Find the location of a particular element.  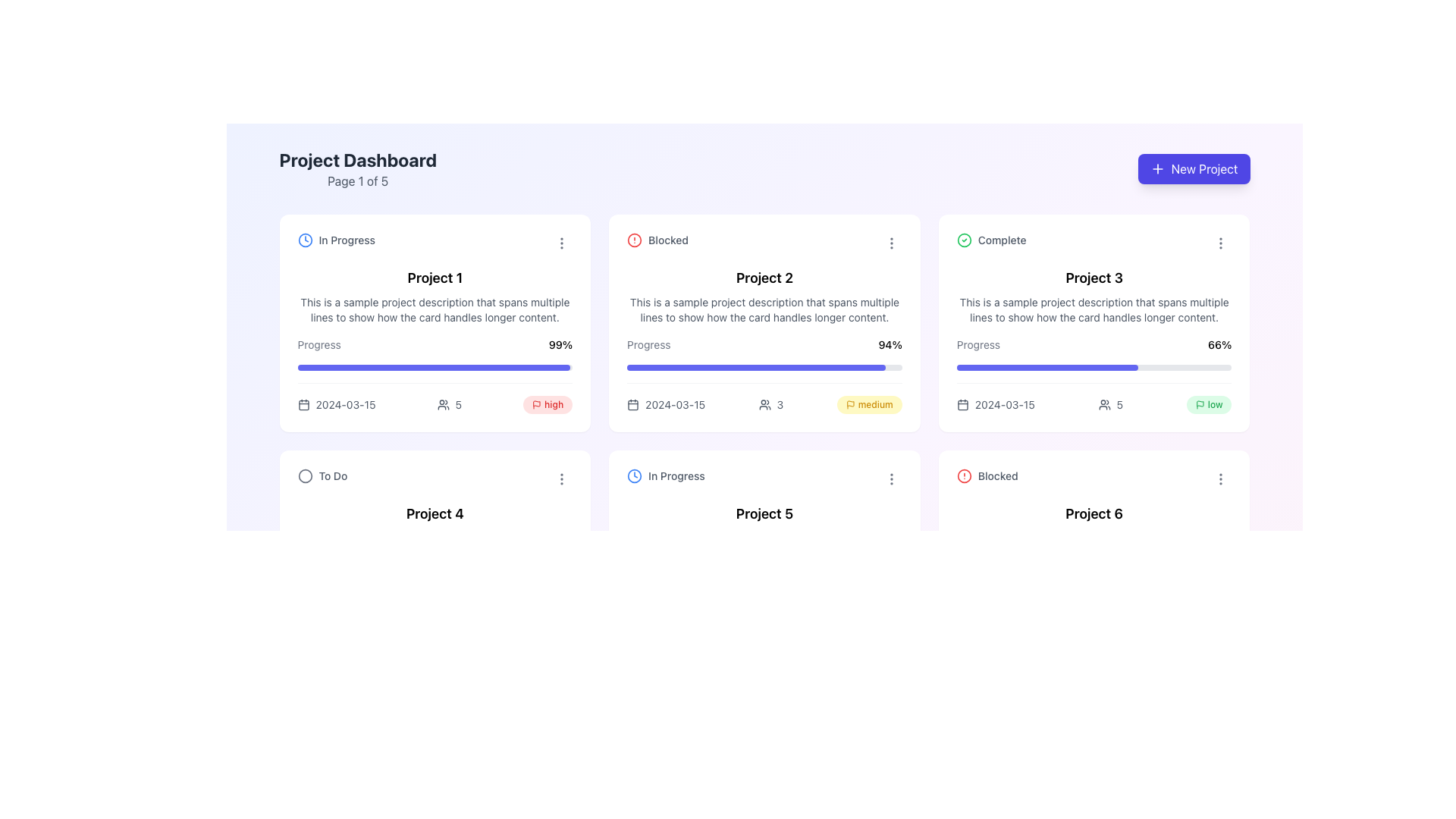

the Icon and Text Pair that displays the number of collaborators for the project is located at coordinates (770, 403).